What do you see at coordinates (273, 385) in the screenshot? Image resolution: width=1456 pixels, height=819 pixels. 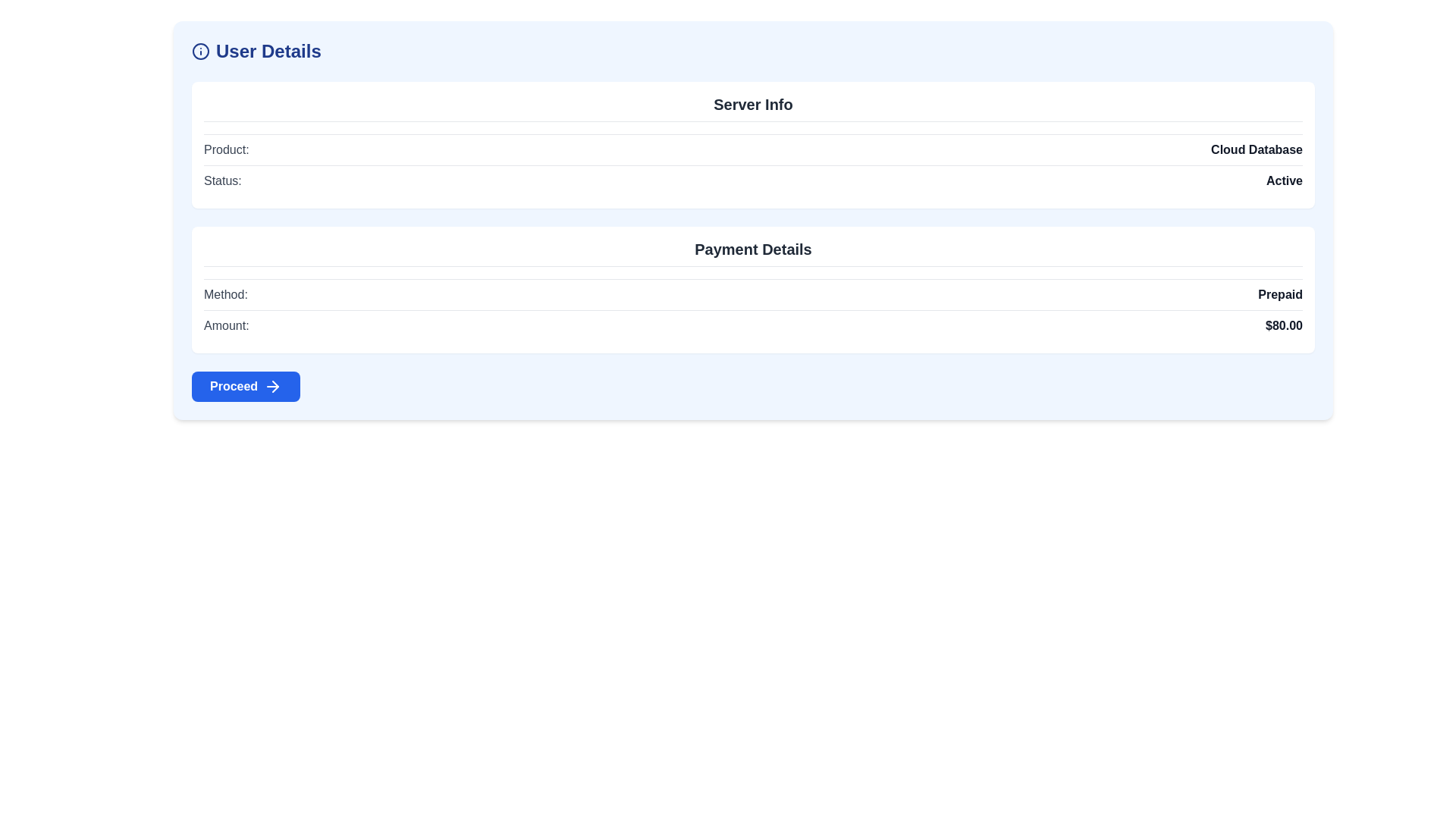 I see `the arrow icon located to the right of the text 'Proceed' on the blue button at the bottom left of the interface, which suggests forward navigation` at bounding box center [273, 385].